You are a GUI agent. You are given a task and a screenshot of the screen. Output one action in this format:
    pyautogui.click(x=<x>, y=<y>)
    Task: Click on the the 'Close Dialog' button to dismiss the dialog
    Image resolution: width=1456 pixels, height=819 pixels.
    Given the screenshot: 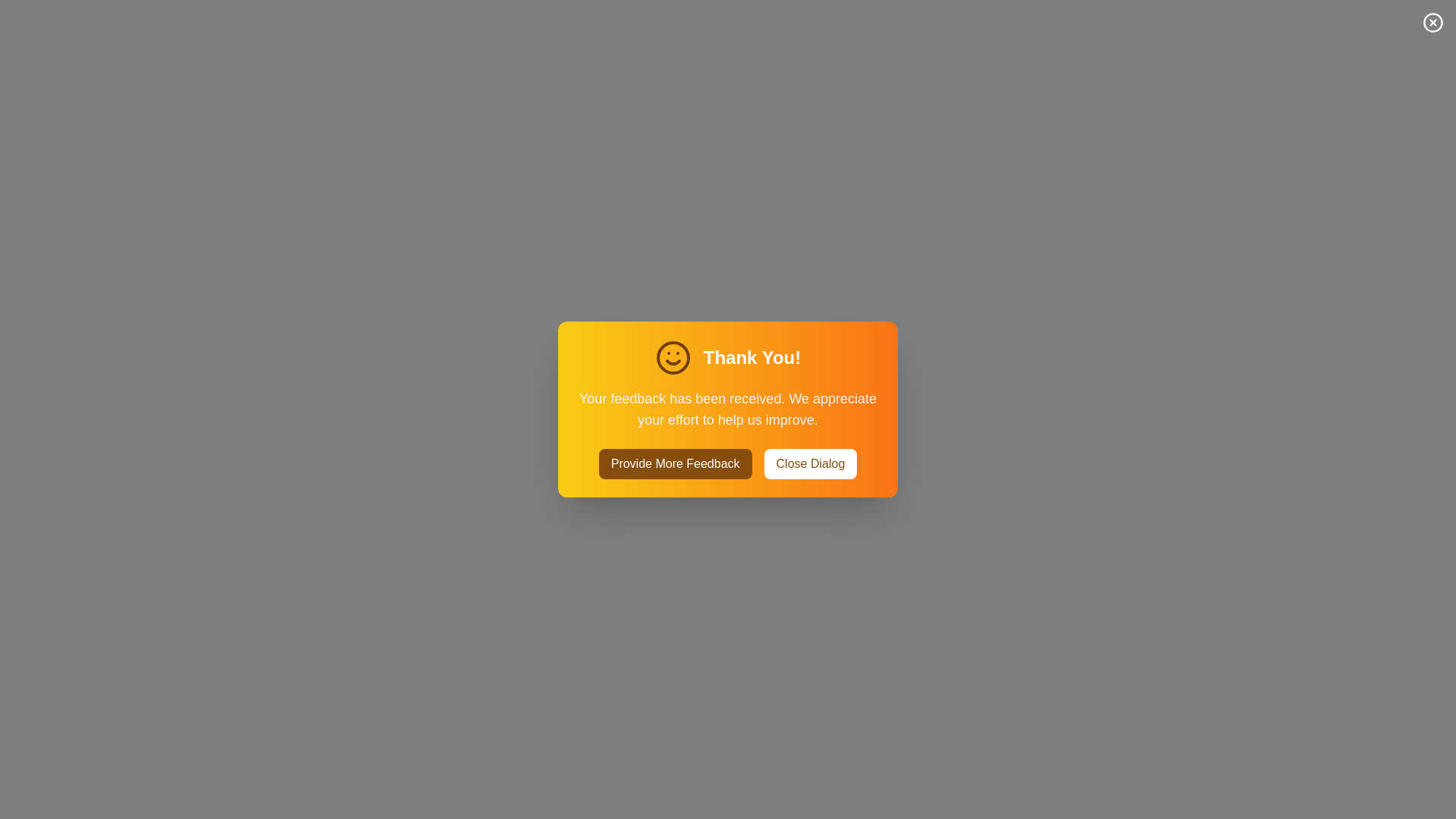 What is the action you would take?
    pyautogui.click(x=809, y=463)
    